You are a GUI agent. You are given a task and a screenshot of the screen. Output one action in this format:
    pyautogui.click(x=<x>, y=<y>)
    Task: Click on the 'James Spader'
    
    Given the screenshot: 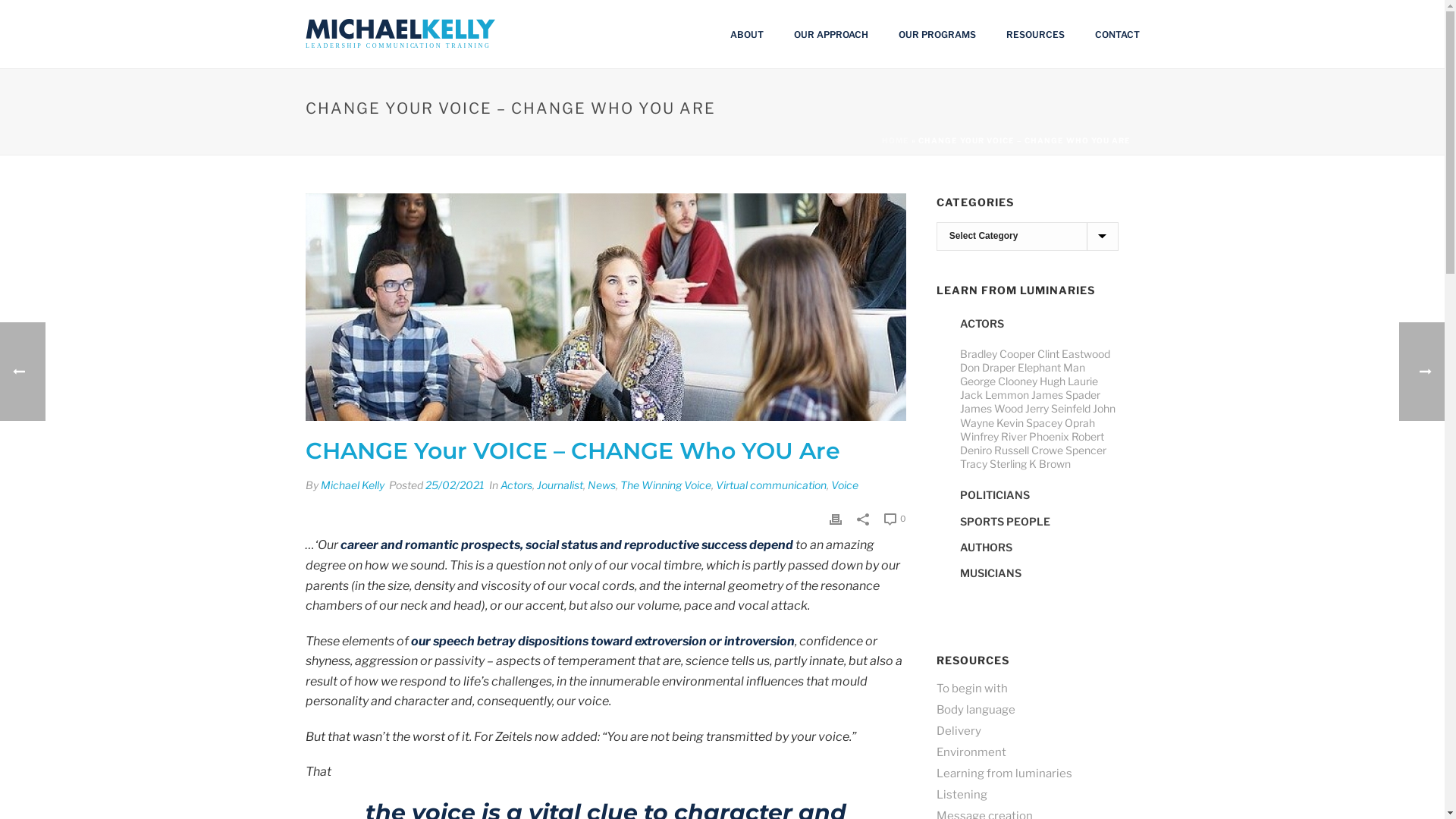 What is the action you would take?
    pyautogui.click(x=1065, y=394)
    